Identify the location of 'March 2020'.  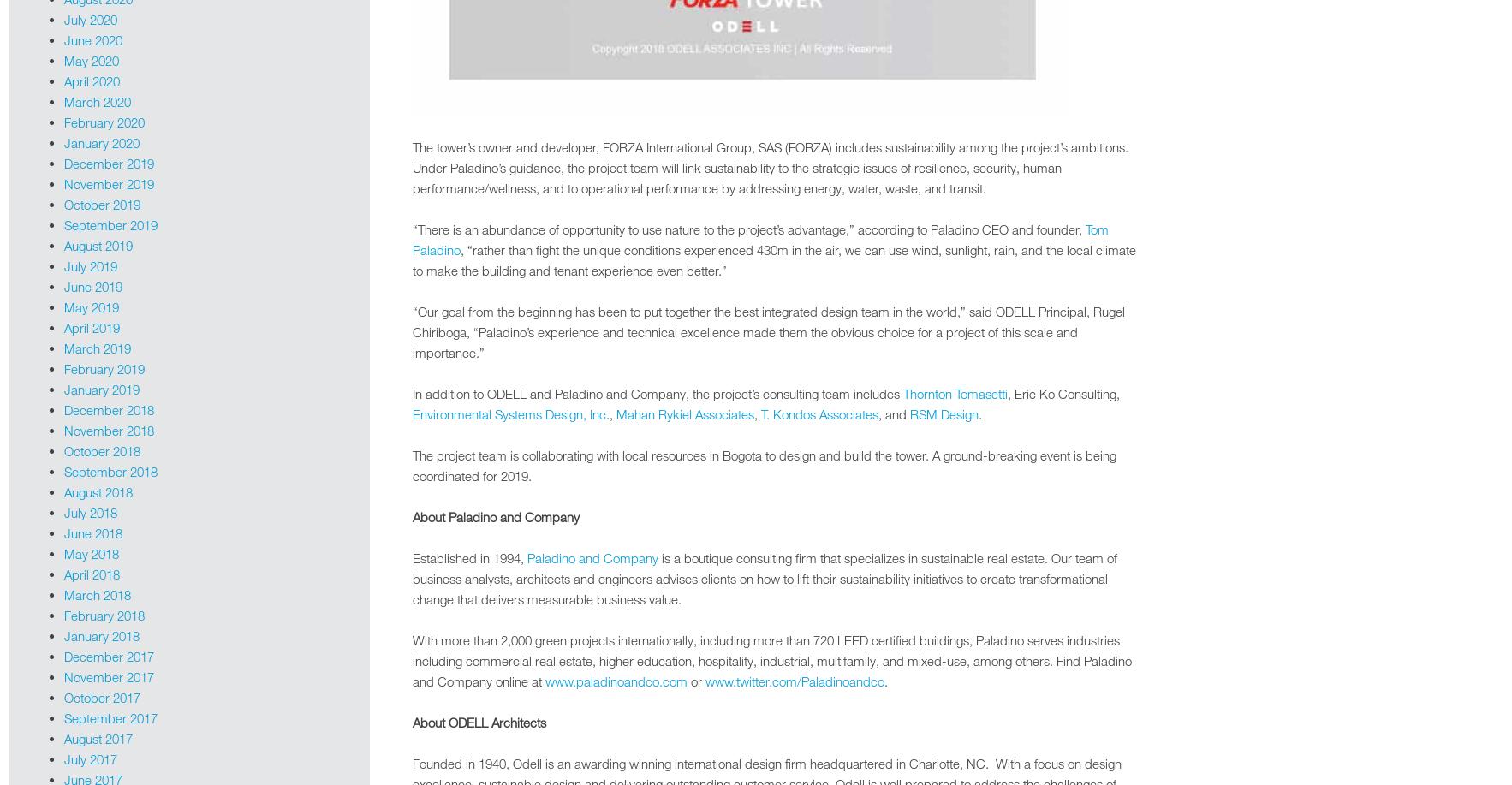
(97, 100).